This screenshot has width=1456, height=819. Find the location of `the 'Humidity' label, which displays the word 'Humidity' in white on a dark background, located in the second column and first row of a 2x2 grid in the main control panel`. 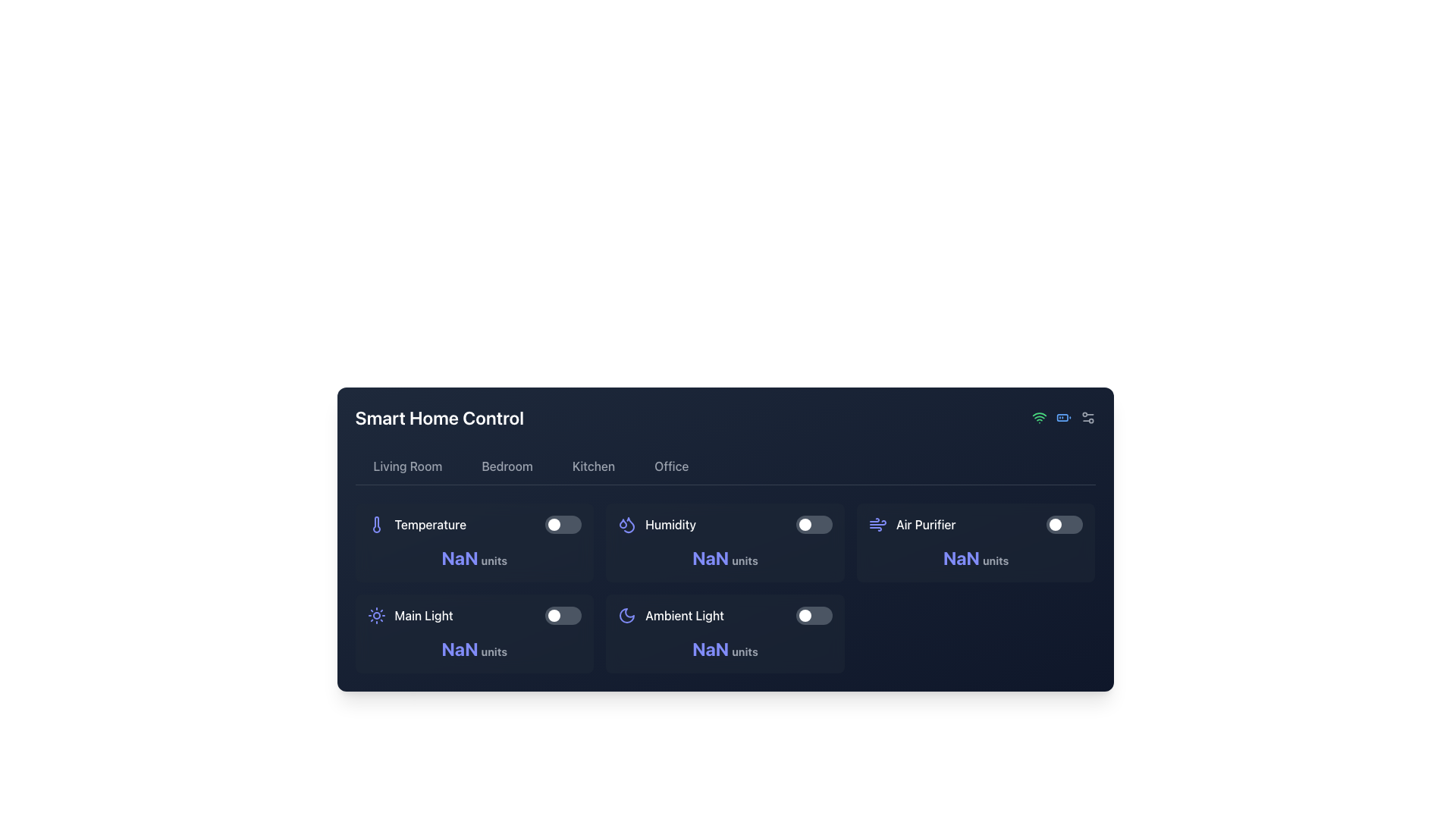

the 'Humidity' label, which displays the word 'Humidity' in white on a dark background, located in the second column and first row of a 2x2 grid in the main control panel is located at coordinates (670, 523).